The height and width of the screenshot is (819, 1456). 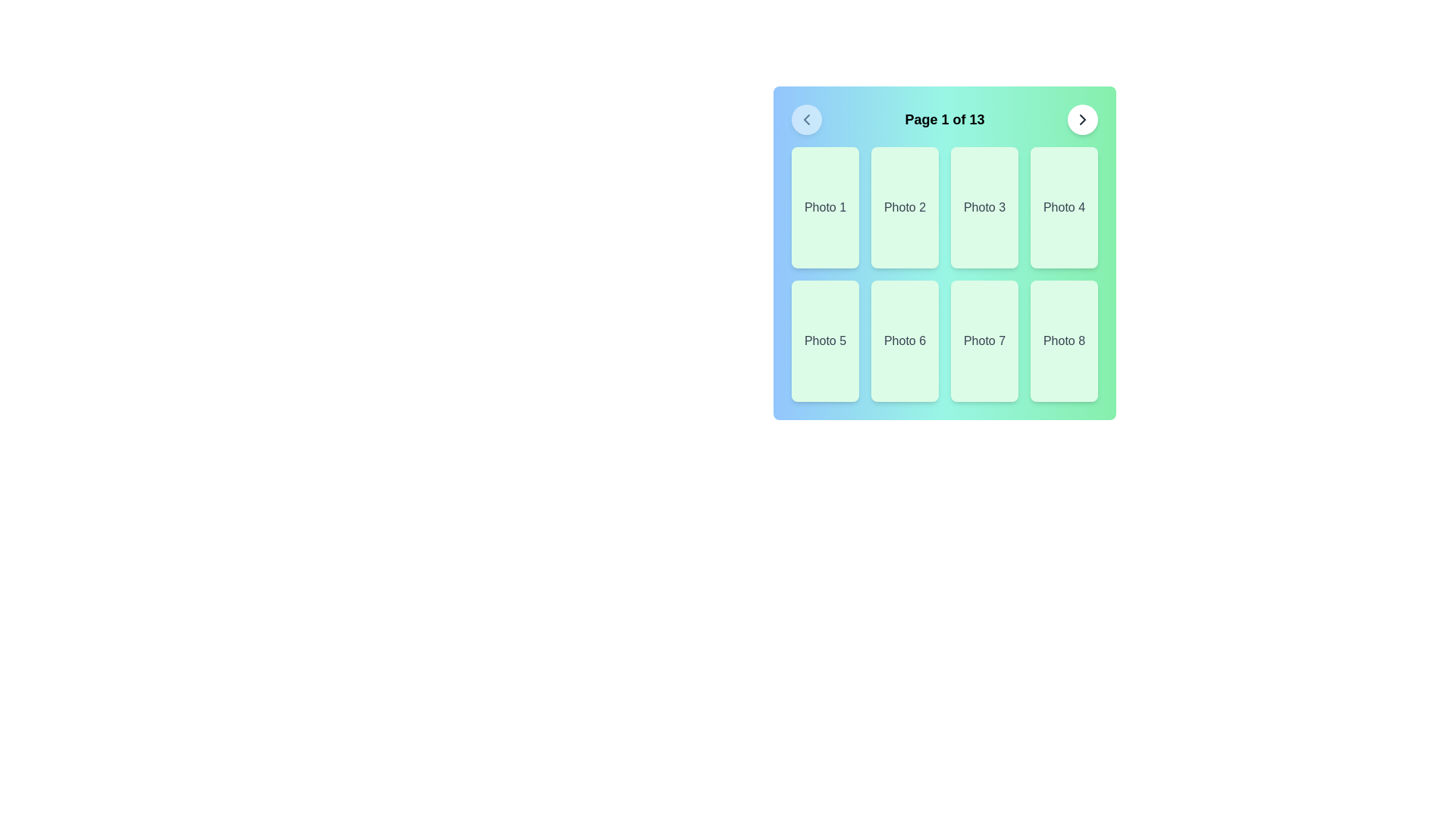 What do you see at coordinates (806, 119) in the screenshot?
I see `the chevron pointing left icon` at bounding box center [806, 119].